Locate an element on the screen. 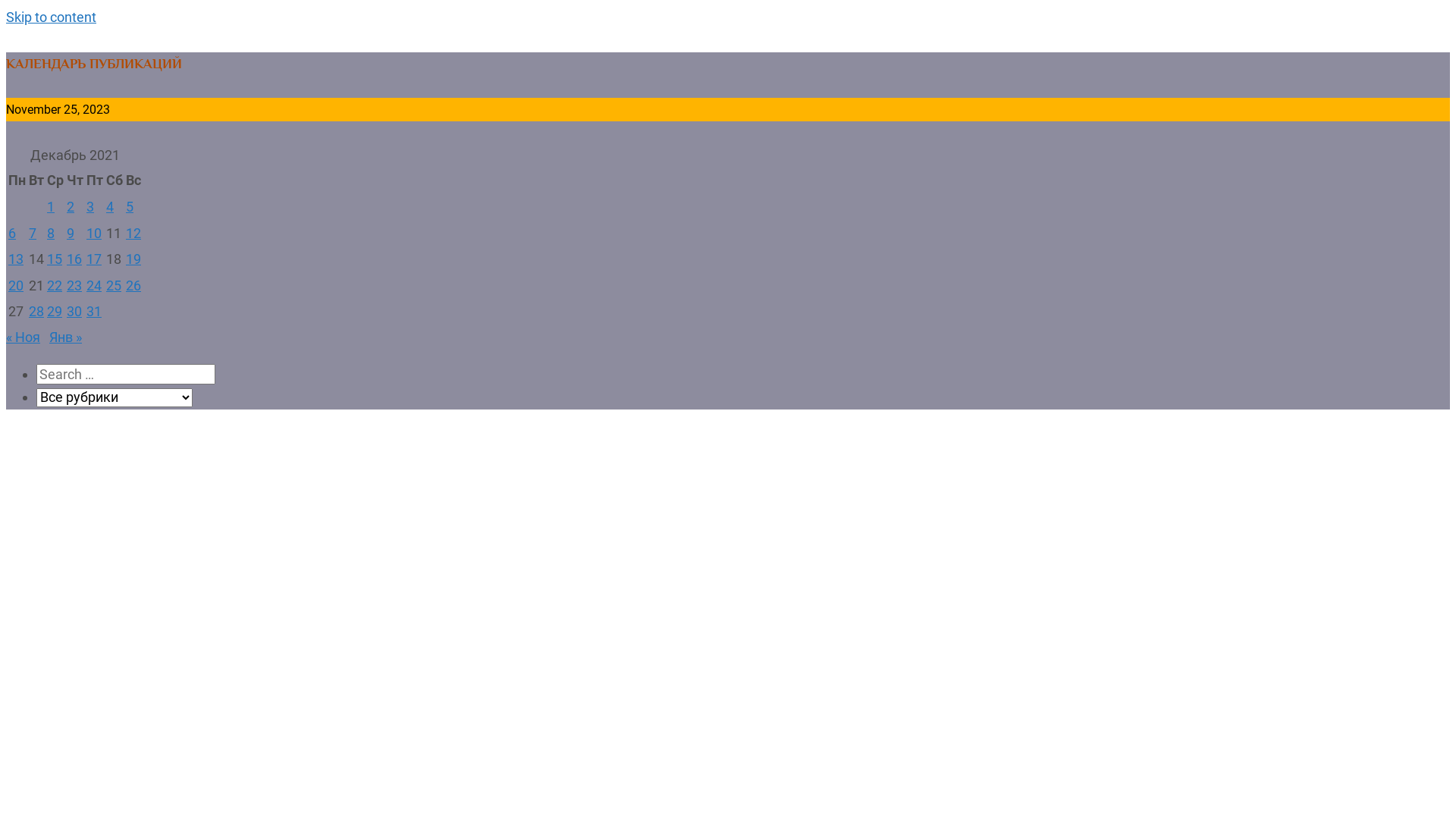 This screenshot has height=819, width=1456. '26' is located at coordinates (133, 285).